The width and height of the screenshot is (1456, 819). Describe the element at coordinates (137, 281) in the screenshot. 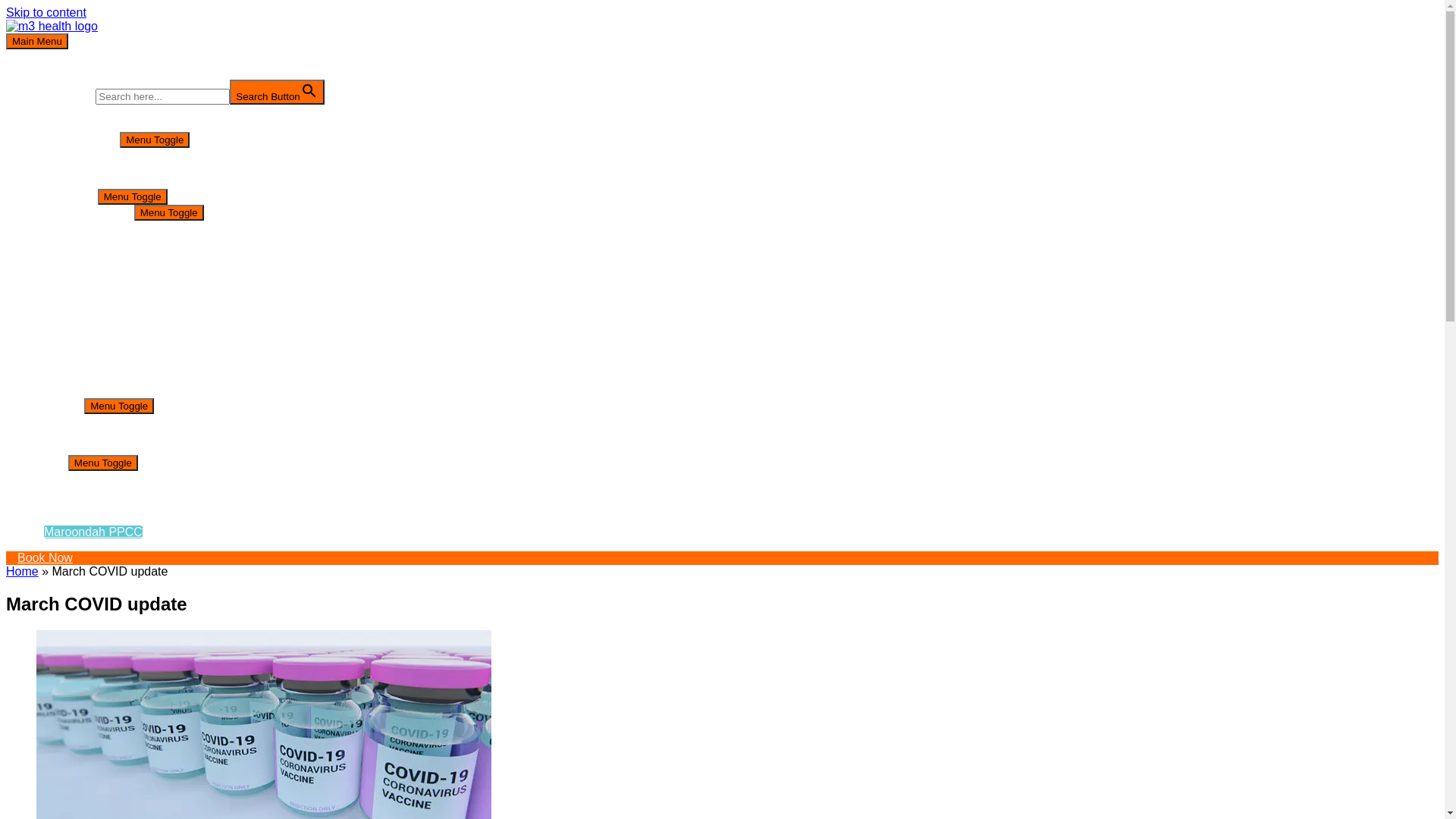

I see `'GP Care Plans'` at that location.